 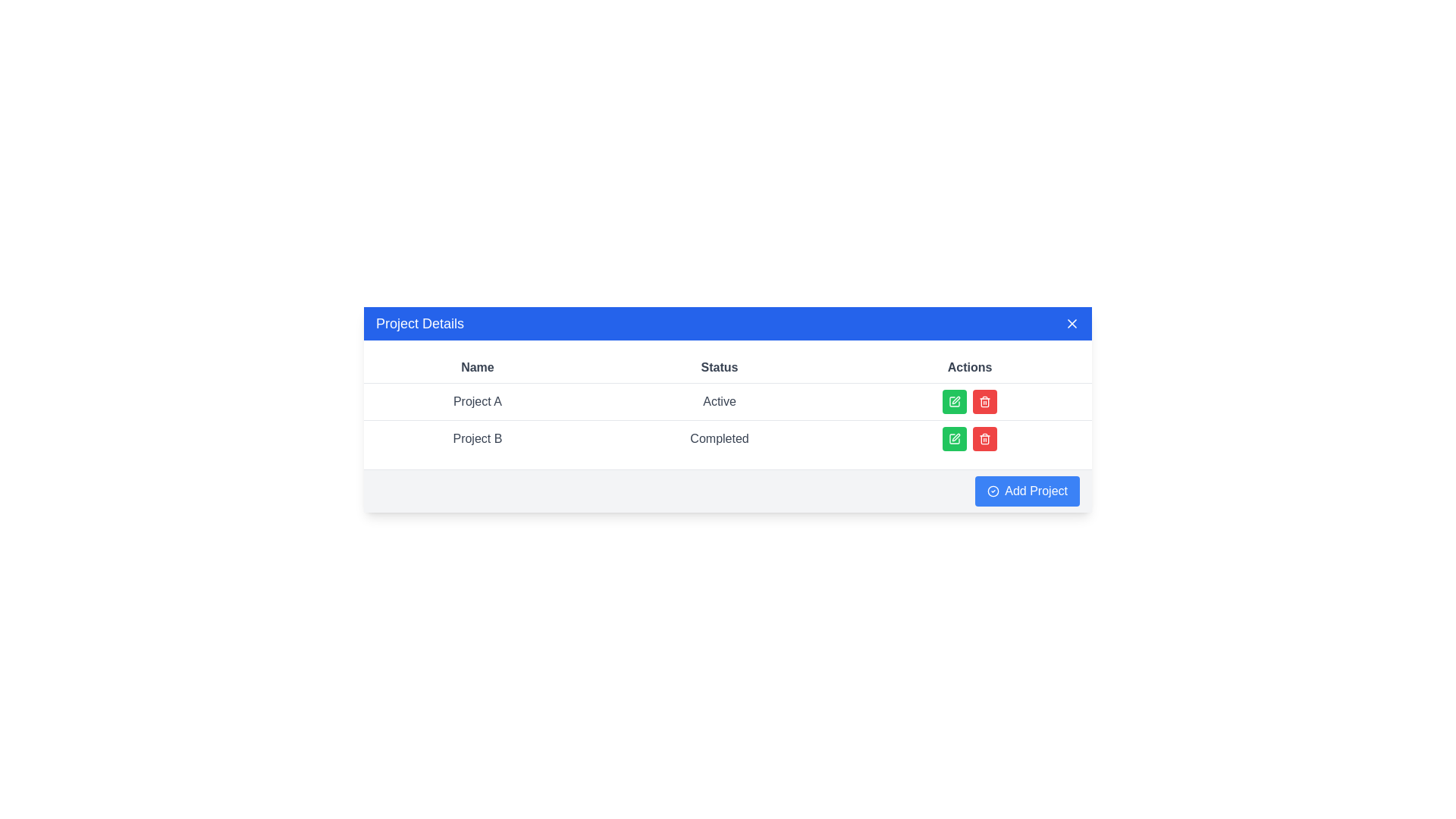 I want to click on the red trash can icon located under the 'Actions' column of the 'Project A' row in the 'Project Details' modal, so click(x=985, y=400).